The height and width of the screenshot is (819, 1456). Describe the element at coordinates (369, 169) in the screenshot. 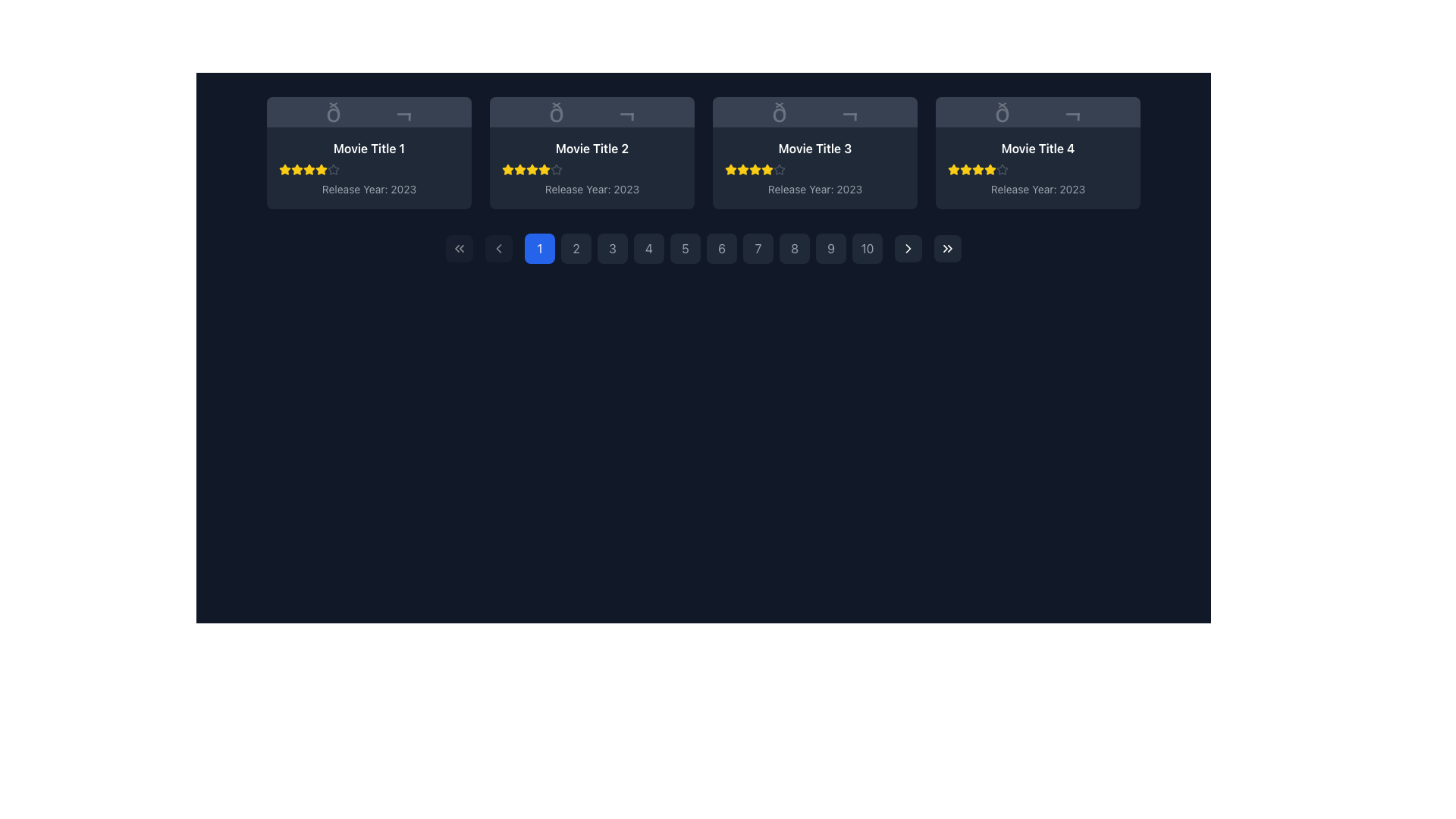

I see `the Rating display stars located below 'Movie Title 1' and above 'Release Year: 2023'` at that location.